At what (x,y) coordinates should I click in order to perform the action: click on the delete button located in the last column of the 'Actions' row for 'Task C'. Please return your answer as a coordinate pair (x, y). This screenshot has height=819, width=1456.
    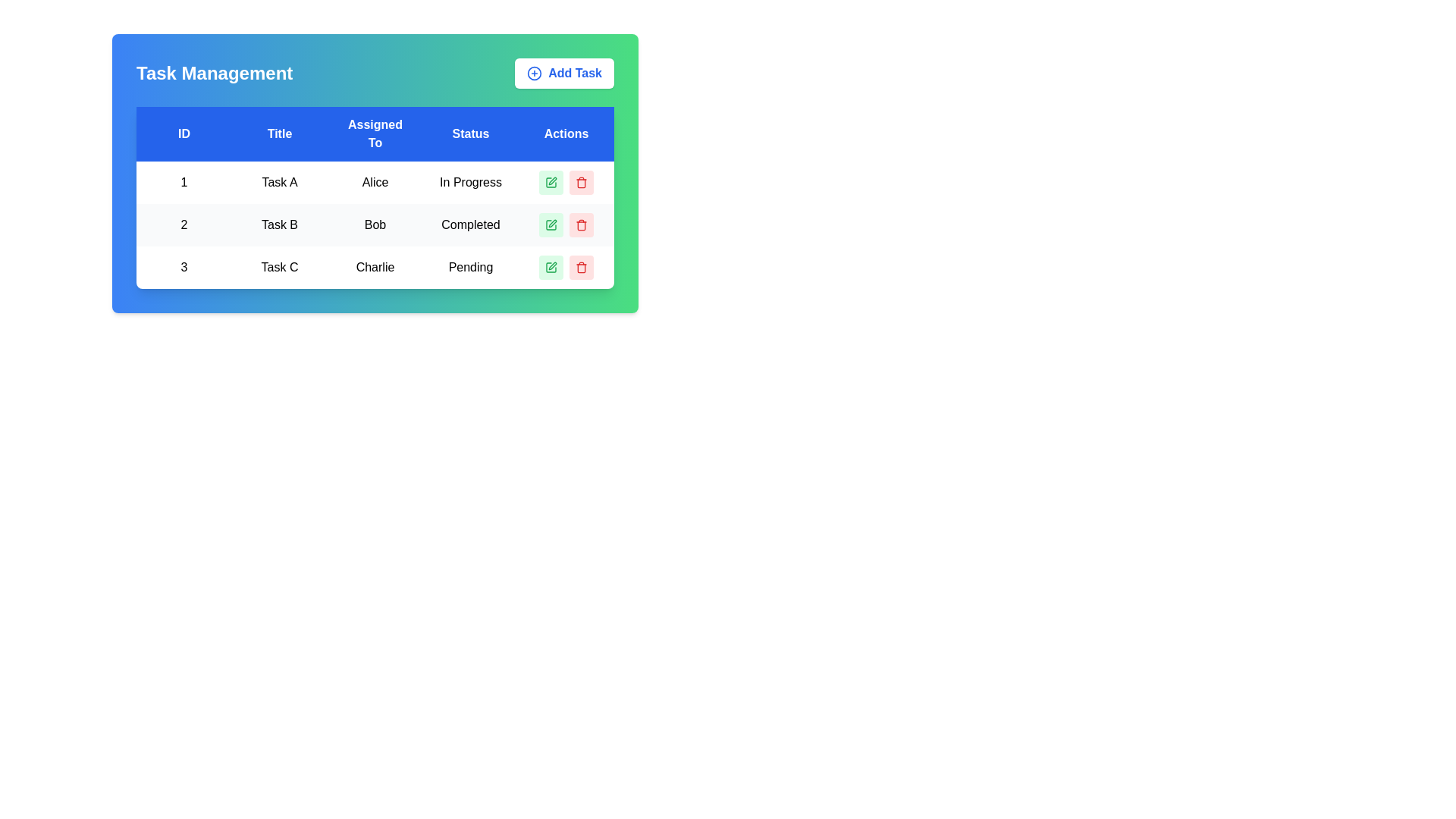
    Looking at the image, I should click on (581, 267).